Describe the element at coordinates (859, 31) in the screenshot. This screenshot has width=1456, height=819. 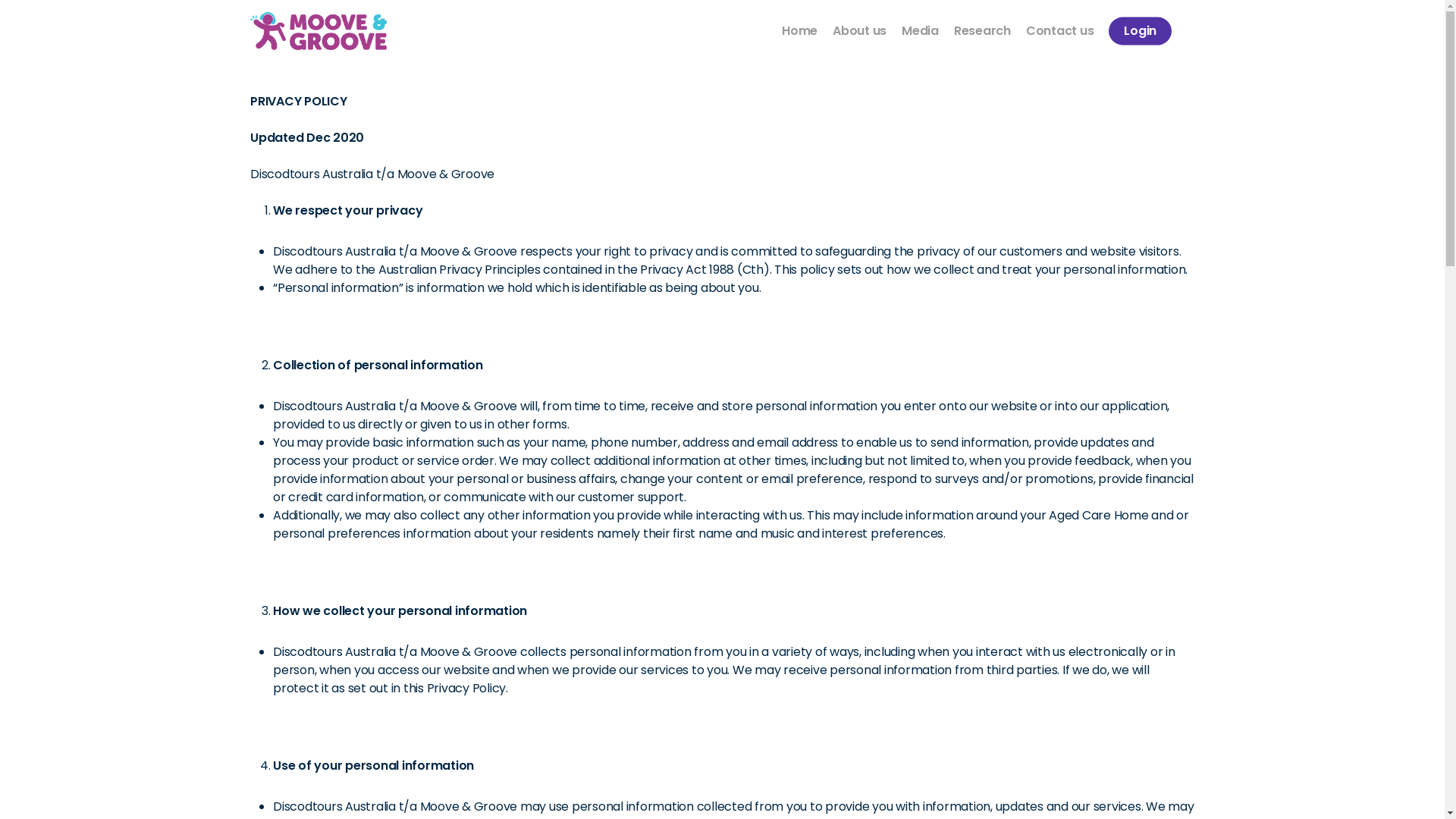
I see `'About us'` at that location.